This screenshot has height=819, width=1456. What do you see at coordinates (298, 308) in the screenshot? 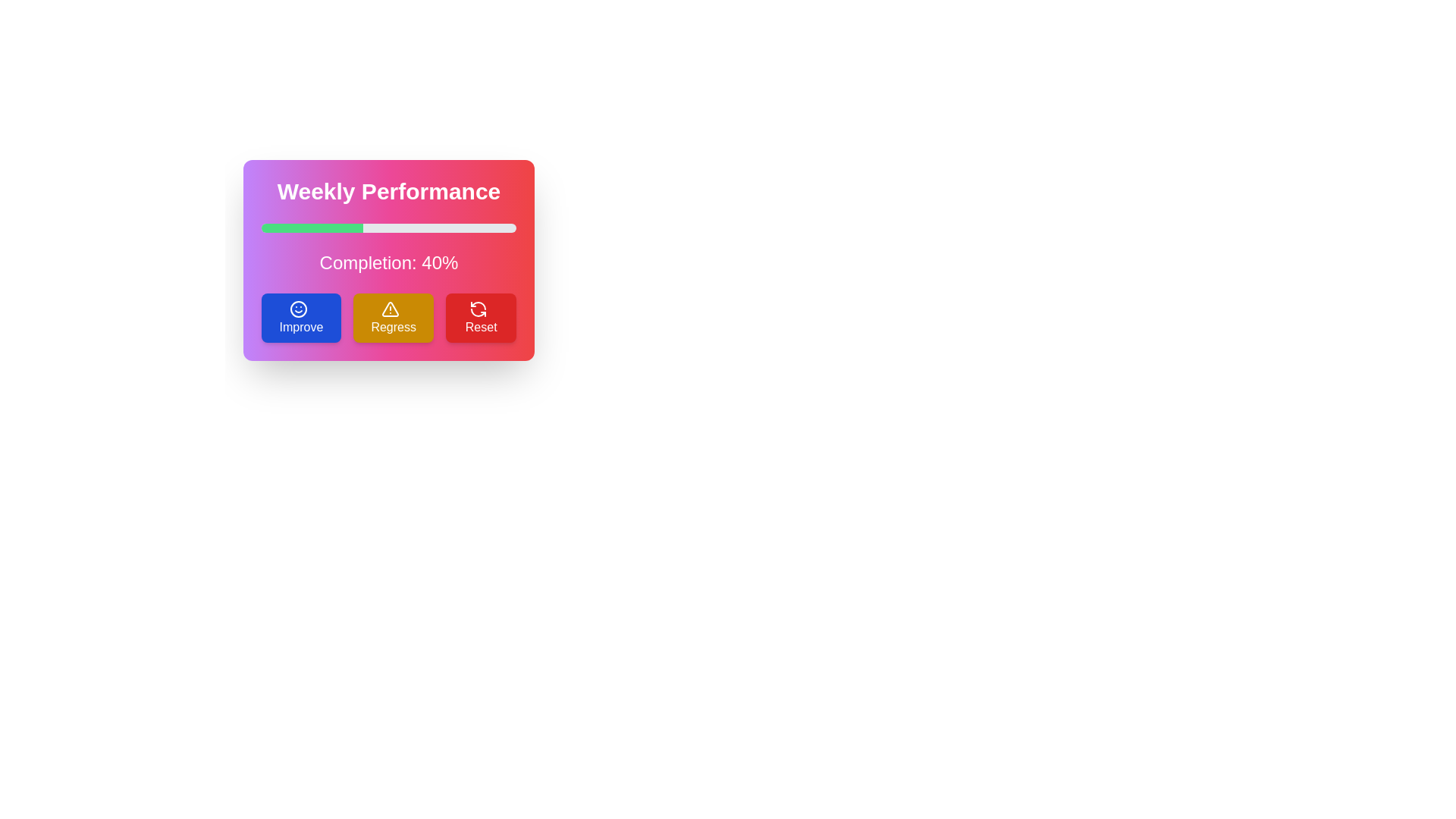
I see `the decorative positivity icon located to the left of the 'Improve' button, which enhances the button's thematic appeal` at bounding box center [298, 308].